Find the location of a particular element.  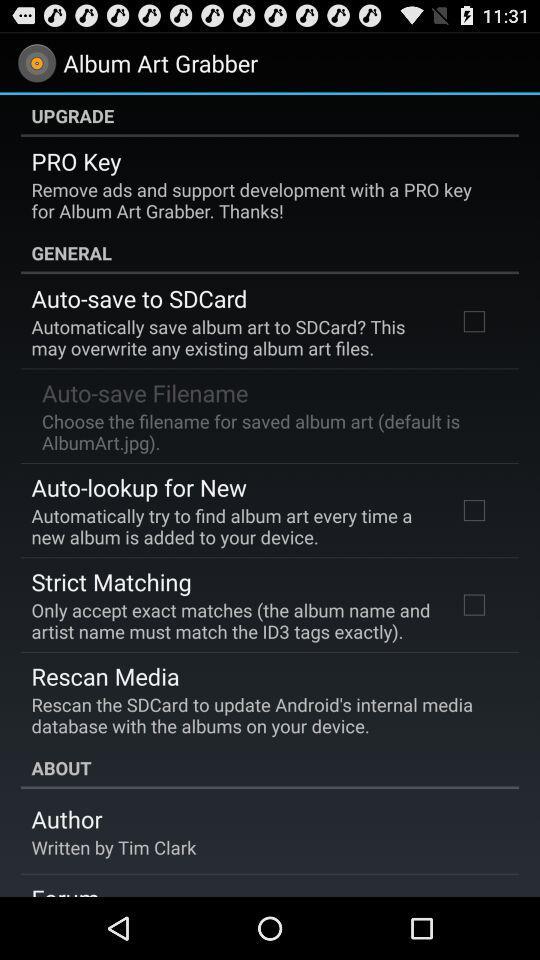

only accept exact item is located at coordinates (230, 619).